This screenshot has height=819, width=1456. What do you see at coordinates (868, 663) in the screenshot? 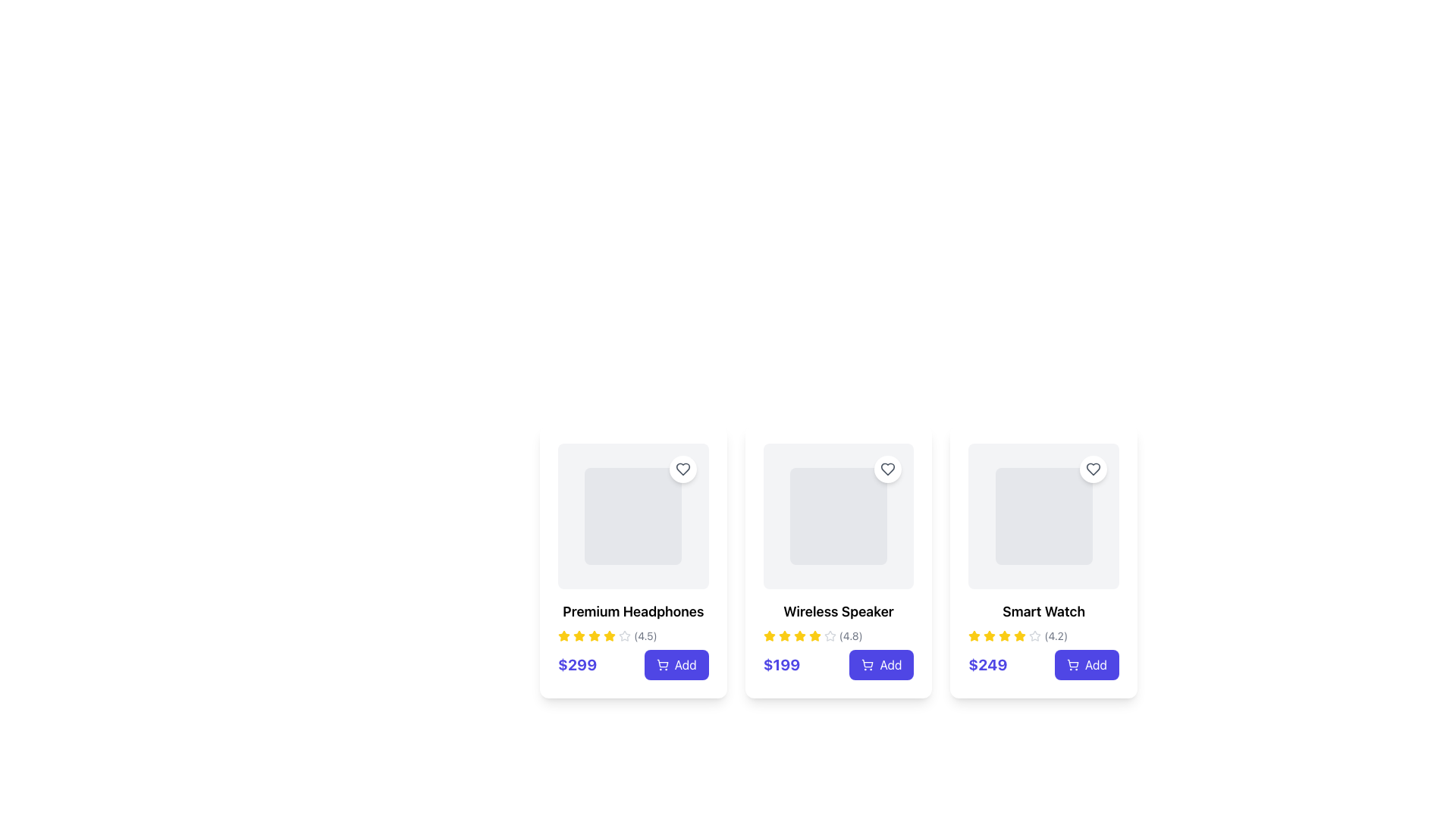
I see `the shopping cart icon located at the bottom part of the card beside the blue 'Add' button` at bounding box center [868, 663].